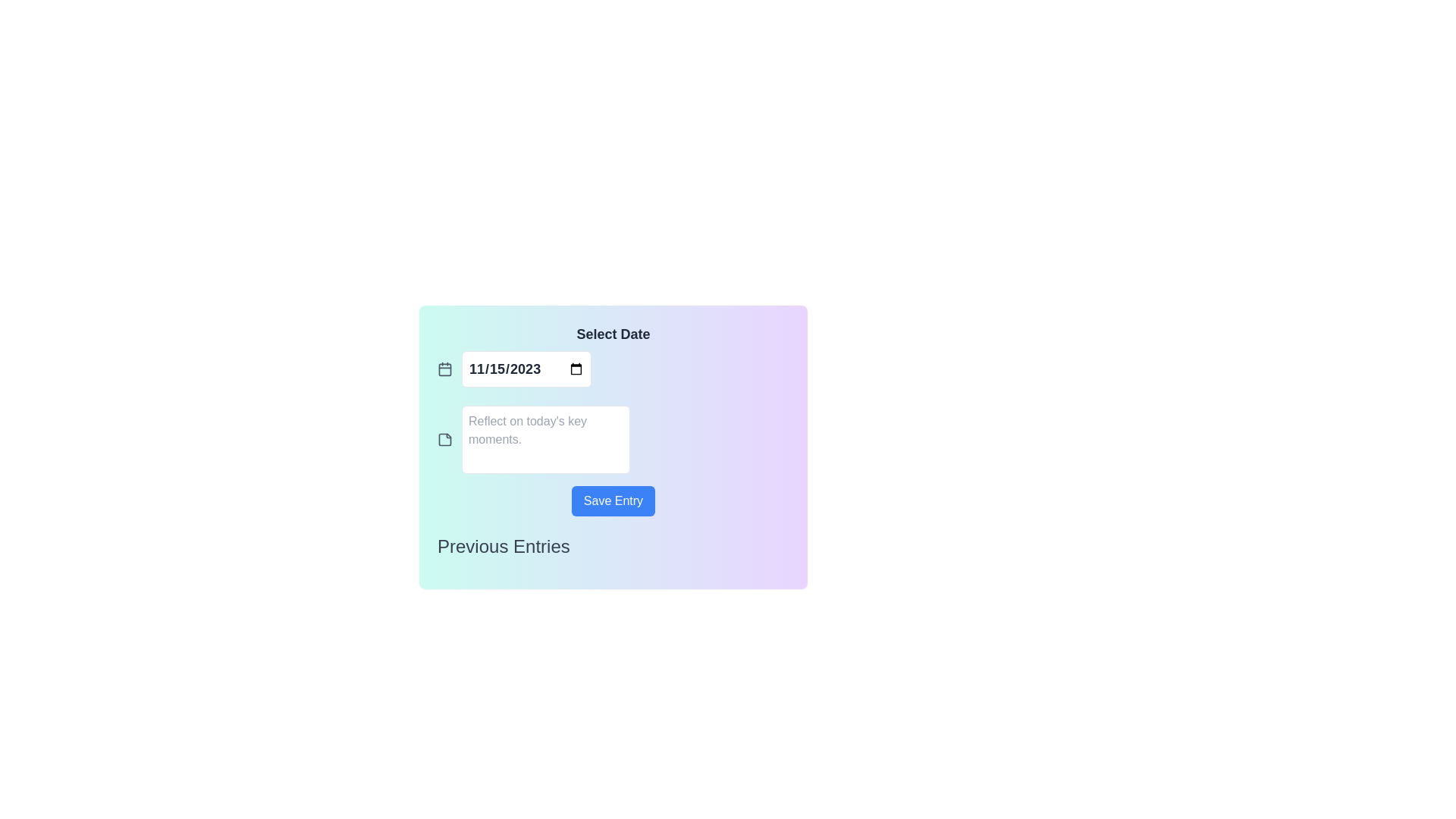 This screenshot has height=819, width=1456. What do you see at coordinates (613, 500) in the screenshot?
I see `the 'Save Entry' button with rounded corners, blue background, and white text` at bounding box center [613, 500].